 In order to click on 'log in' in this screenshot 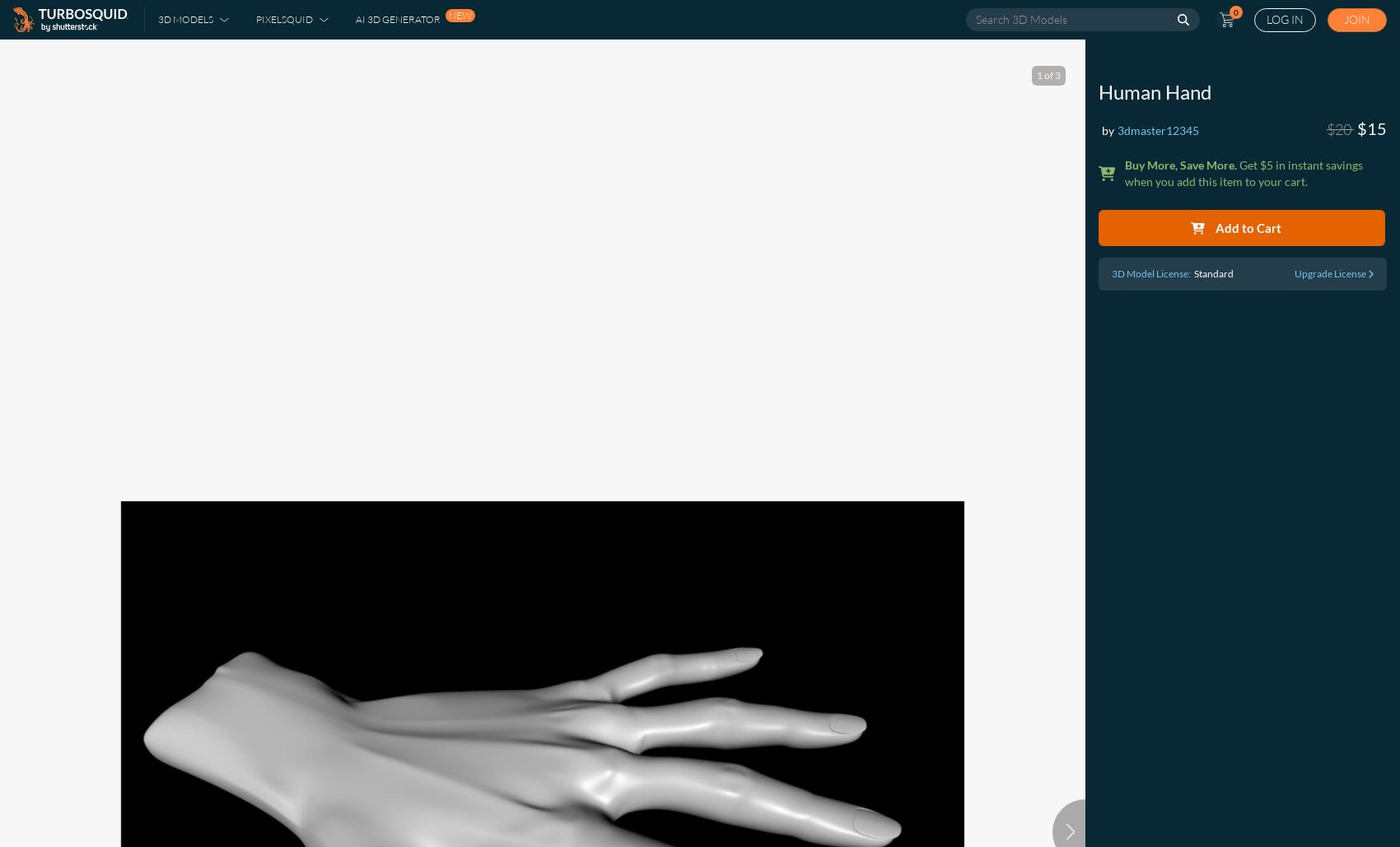, I will do `click(1266, 19)`.